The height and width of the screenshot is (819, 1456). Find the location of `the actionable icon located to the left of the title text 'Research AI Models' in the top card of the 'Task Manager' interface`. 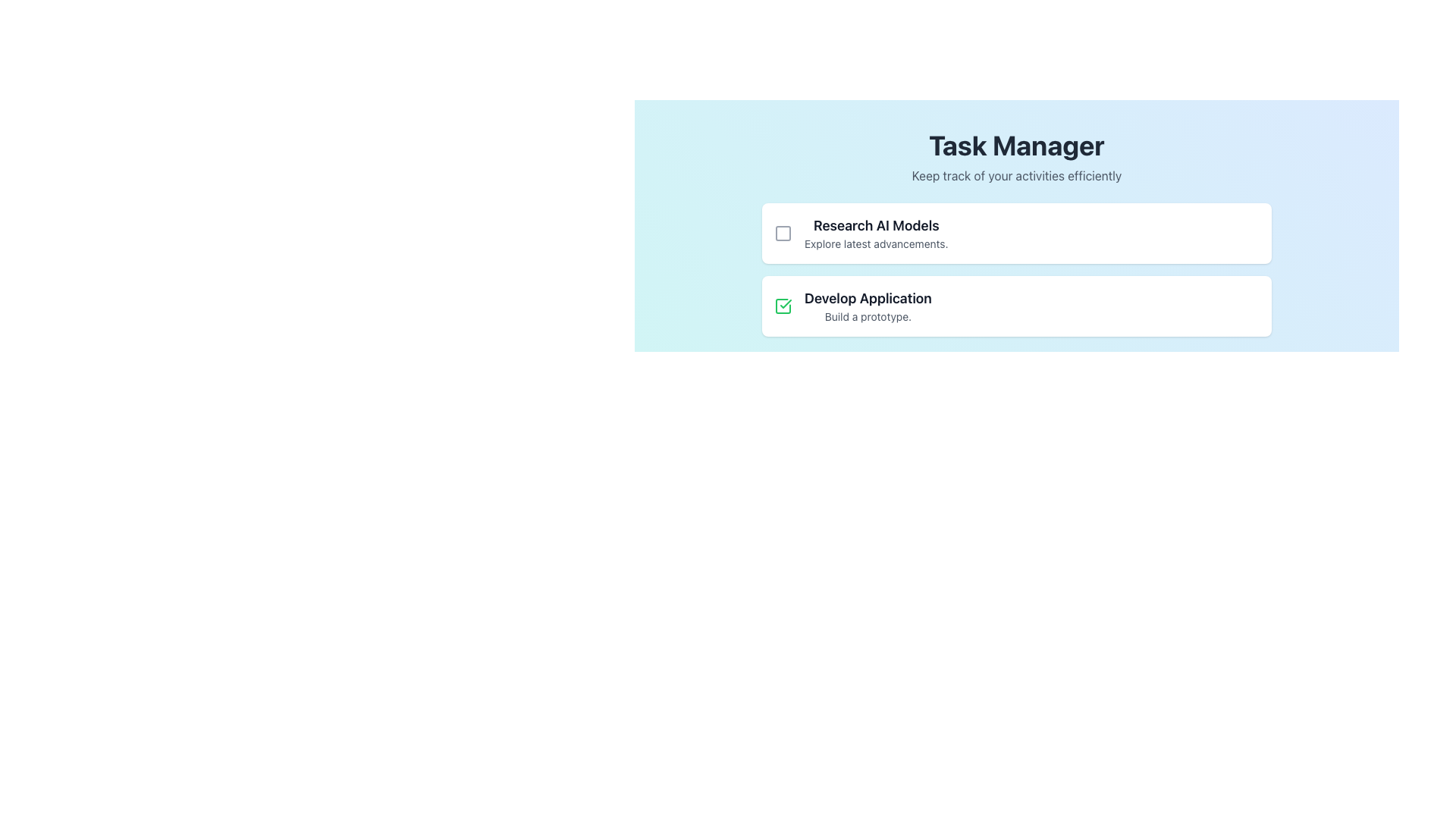

the actionable icon located to the left of the title text 'Research AI Models' in the top card of the 'Task Manager' interface is located at coordinates (783, 234).